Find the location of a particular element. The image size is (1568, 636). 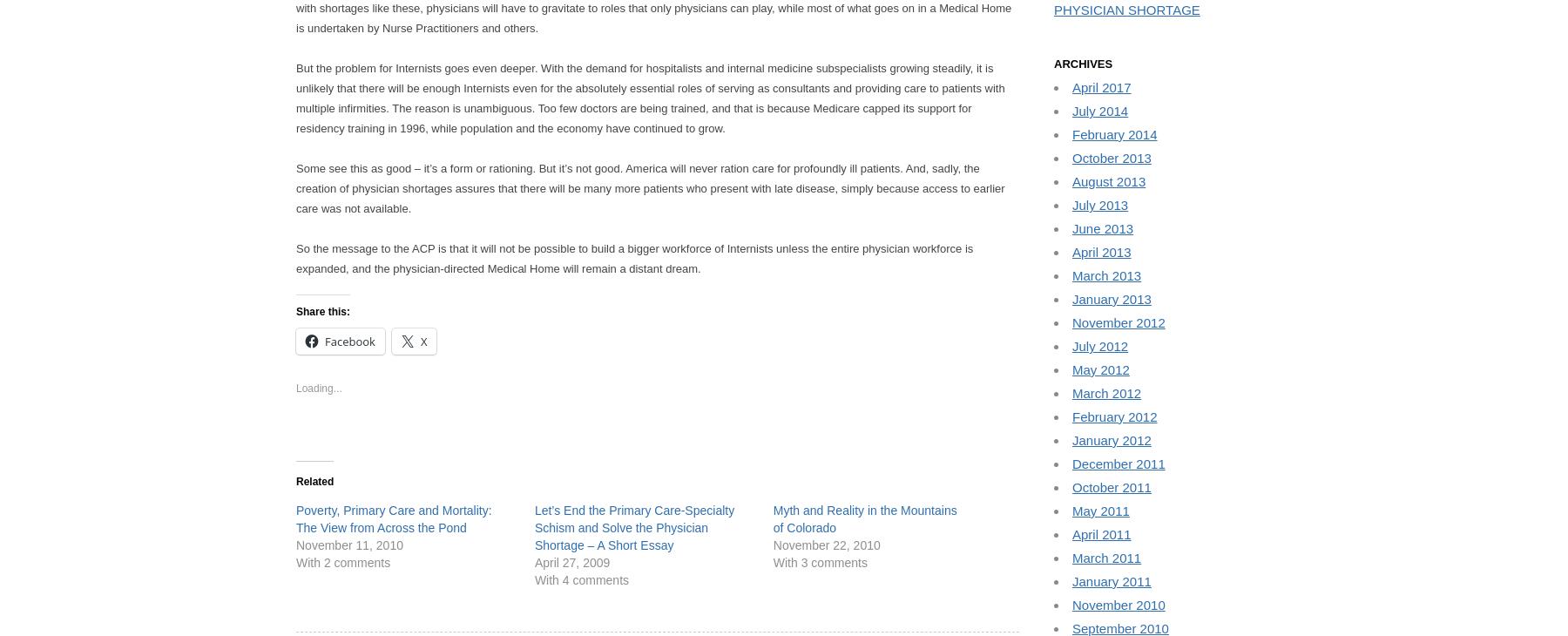

'Some see this as good – it’s a form or rationing. But it’s not good. America will never ration care for profoundly ill patients. And, sadly, the creation of physician shortages assures that there will be many more patients who present with late disease, simply because access to earlier care was not available.' is located at coordinates (296, 188).